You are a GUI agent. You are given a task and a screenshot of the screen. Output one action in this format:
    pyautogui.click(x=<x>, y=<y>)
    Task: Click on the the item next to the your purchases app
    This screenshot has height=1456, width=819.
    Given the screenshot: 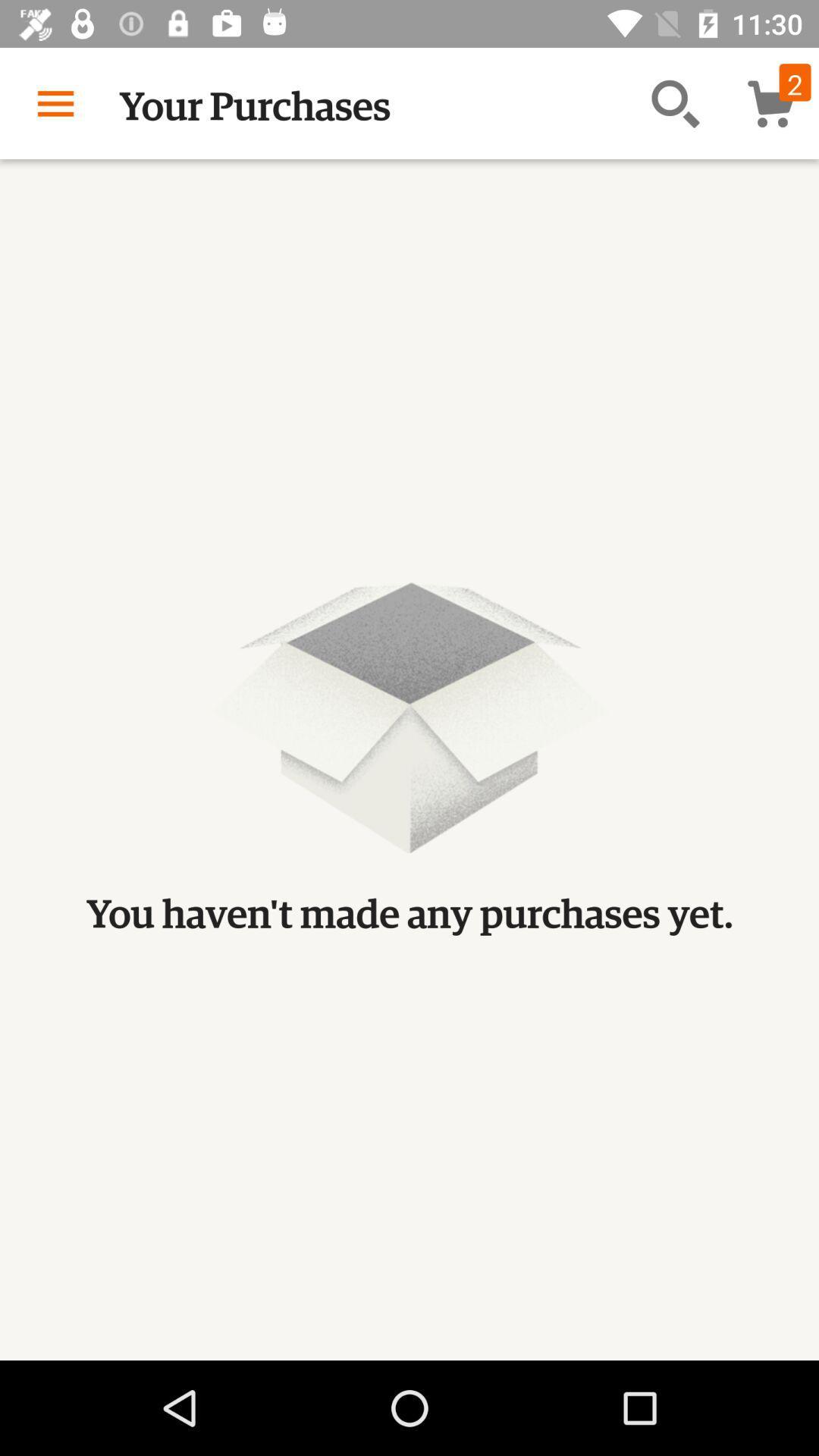 What is the action you would take?
    pyautogui.click(x=675, y=102)
    